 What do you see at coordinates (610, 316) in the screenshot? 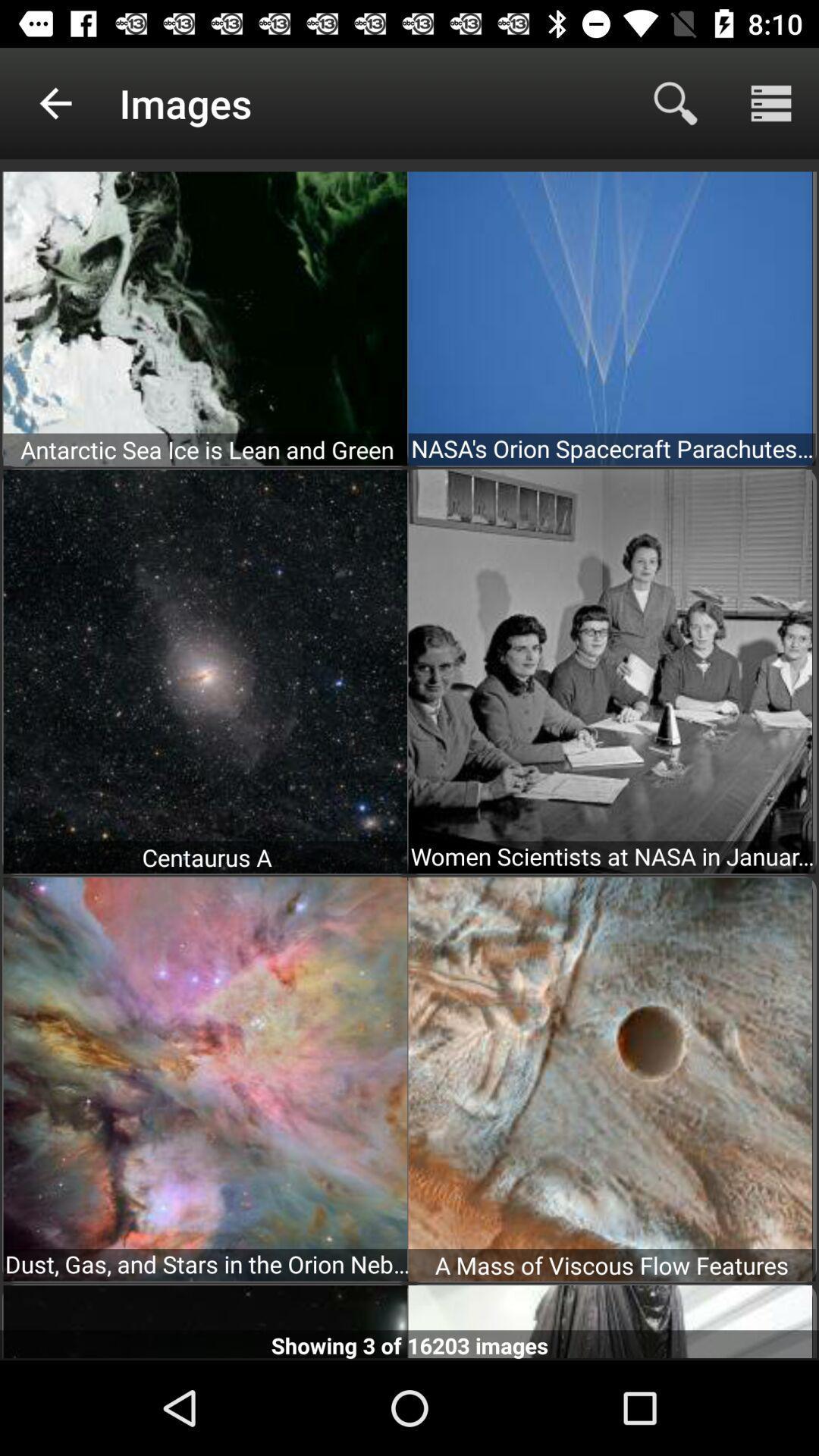
I see `the second box which is mention on nasas orion spacecraft parachutes` at bounding box center [610, 316].